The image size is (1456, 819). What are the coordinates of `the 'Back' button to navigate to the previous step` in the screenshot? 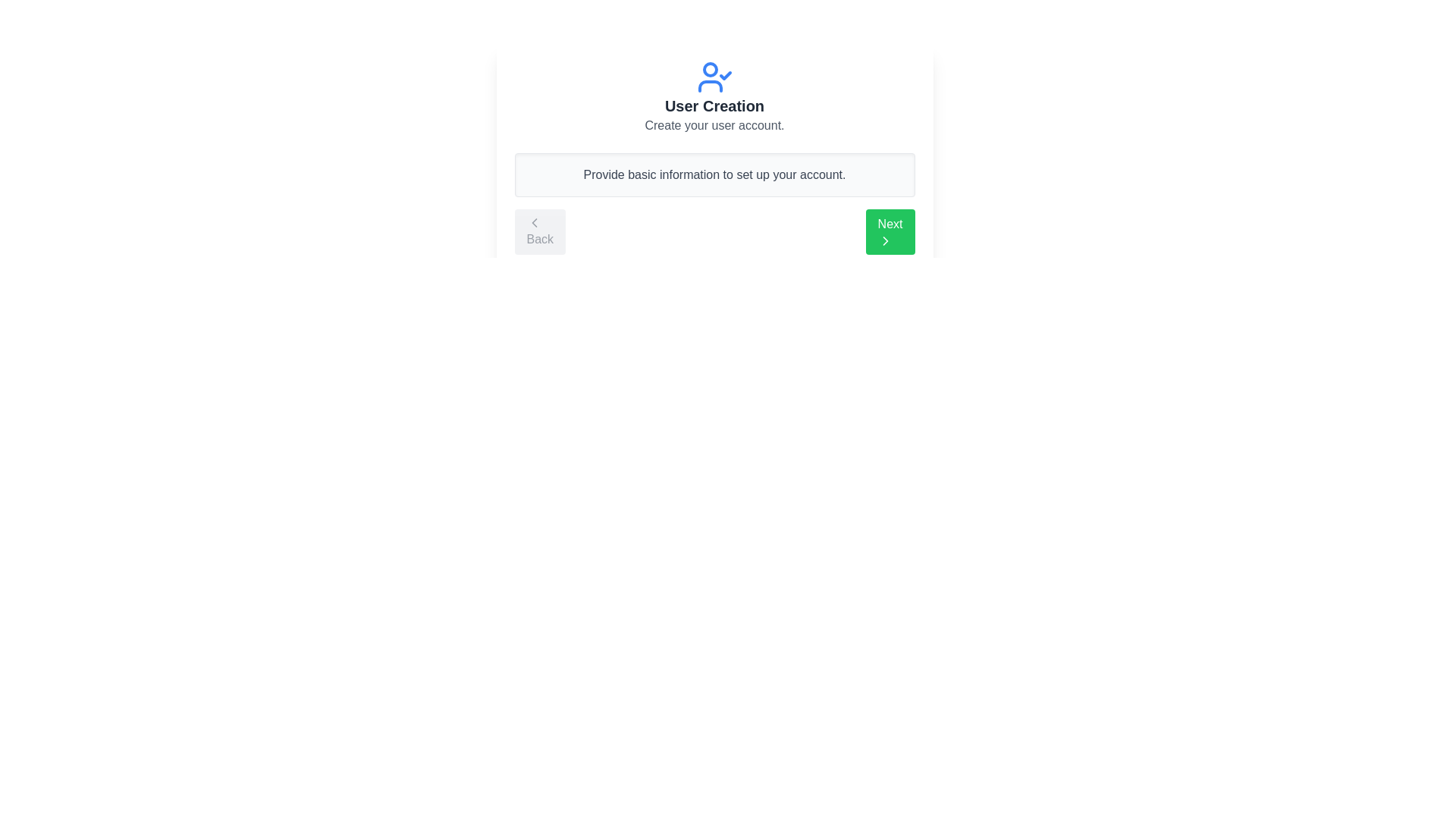 It's located at (539, 231).